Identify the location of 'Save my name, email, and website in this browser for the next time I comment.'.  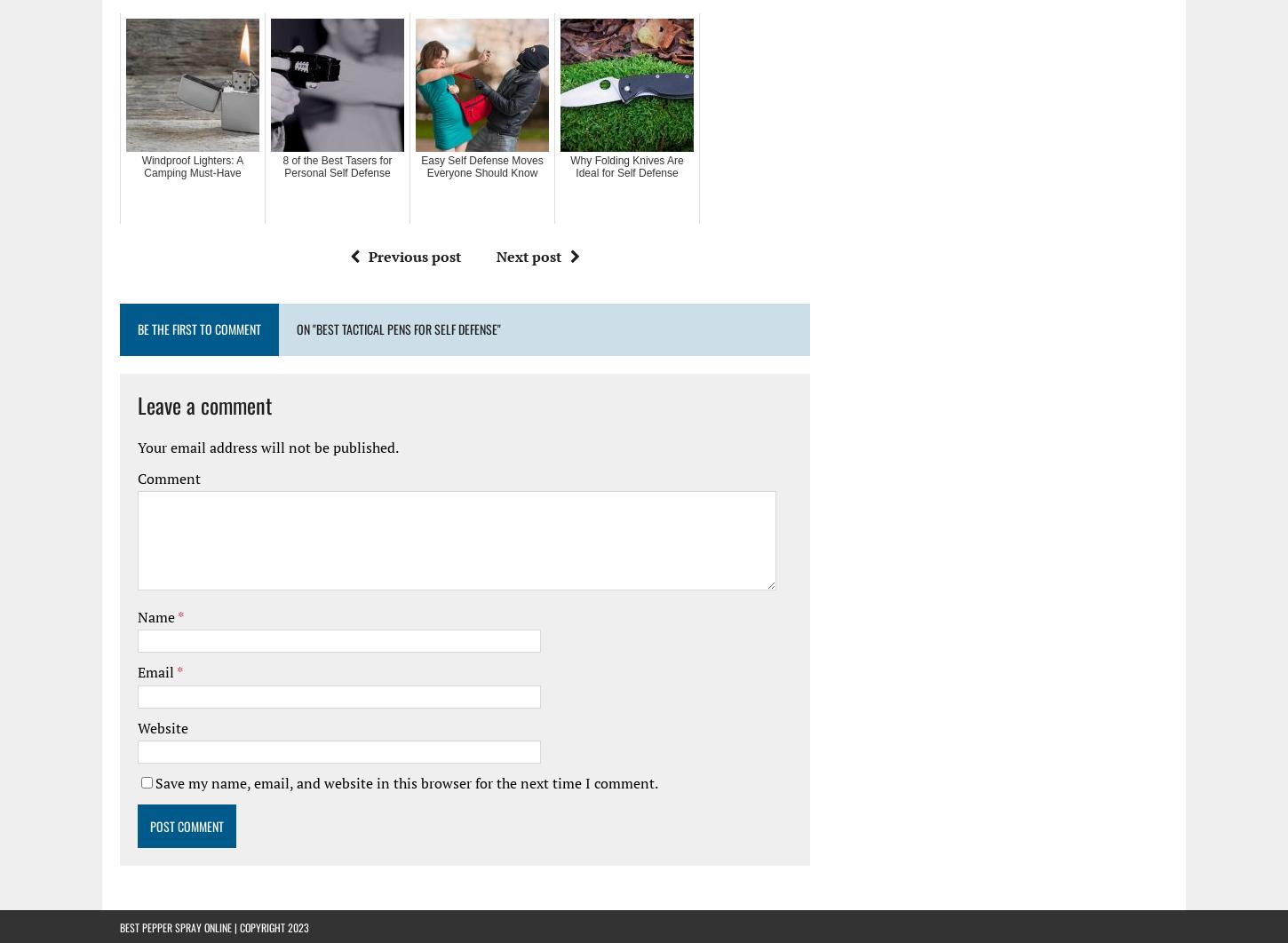
(406, 781).